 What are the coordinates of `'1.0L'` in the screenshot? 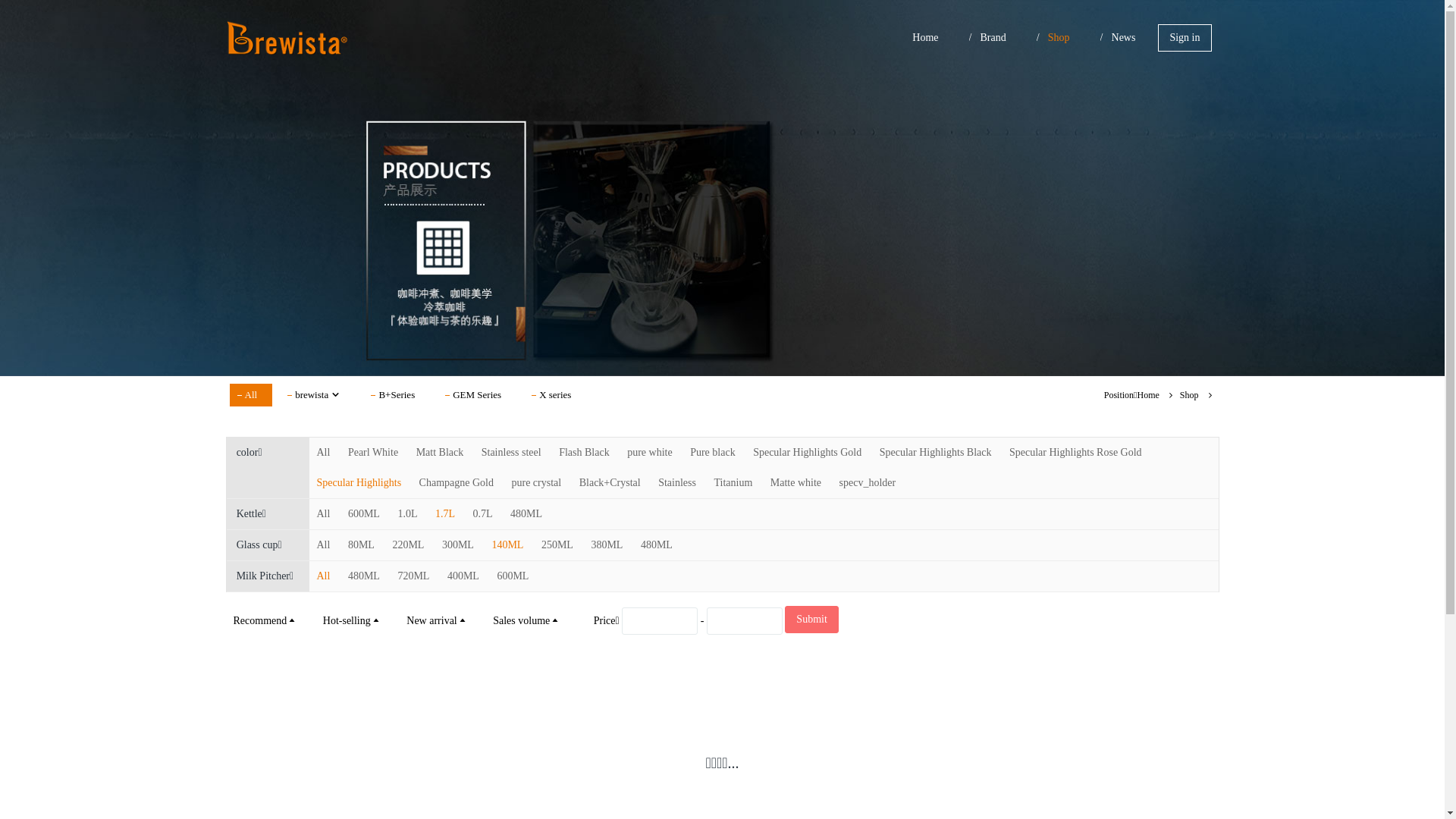 It's located at (407, 513).